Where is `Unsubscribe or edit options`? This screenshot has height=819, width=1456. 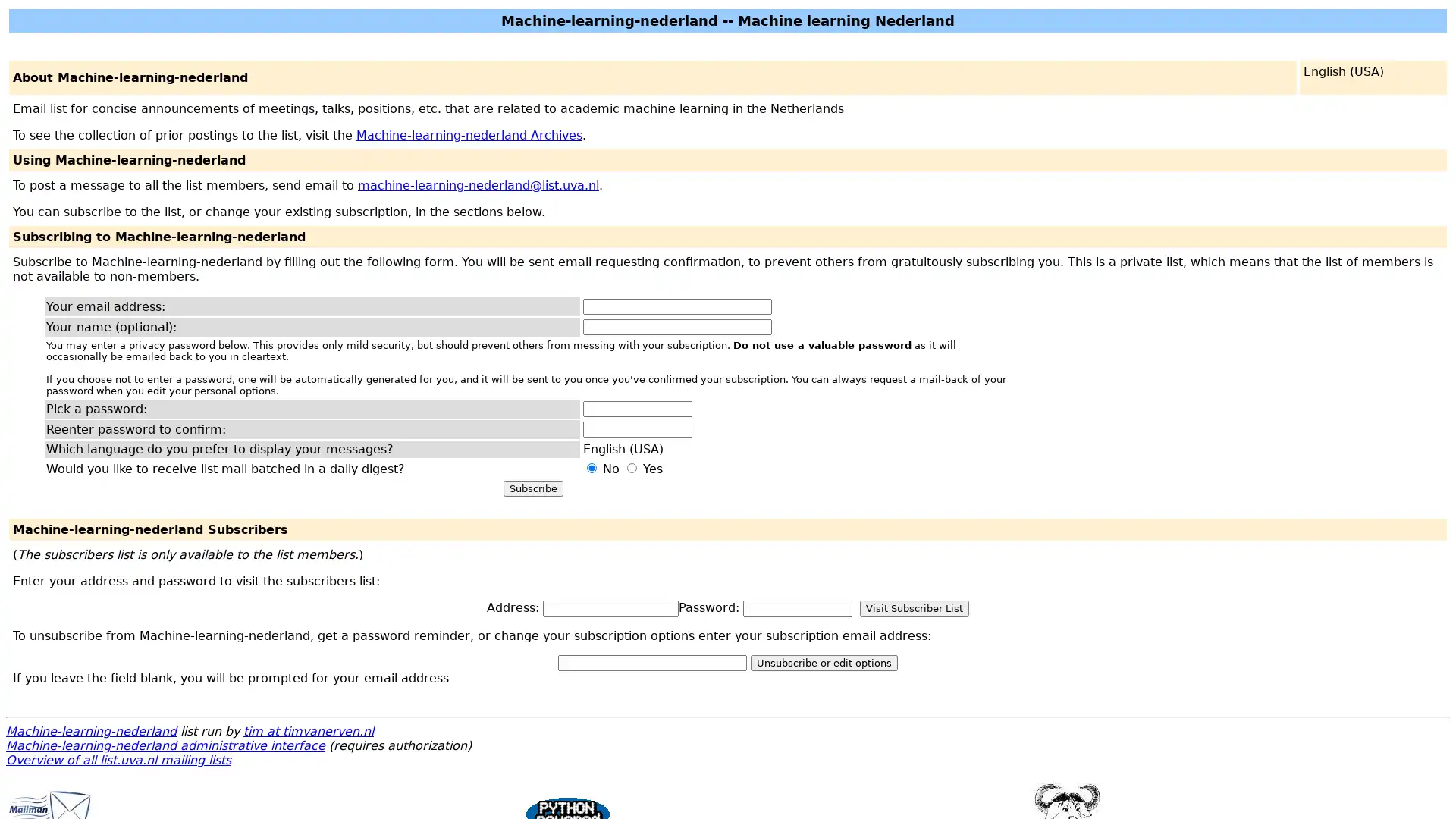
Unsubscribe or edit options is located at coordinates (823, 662).